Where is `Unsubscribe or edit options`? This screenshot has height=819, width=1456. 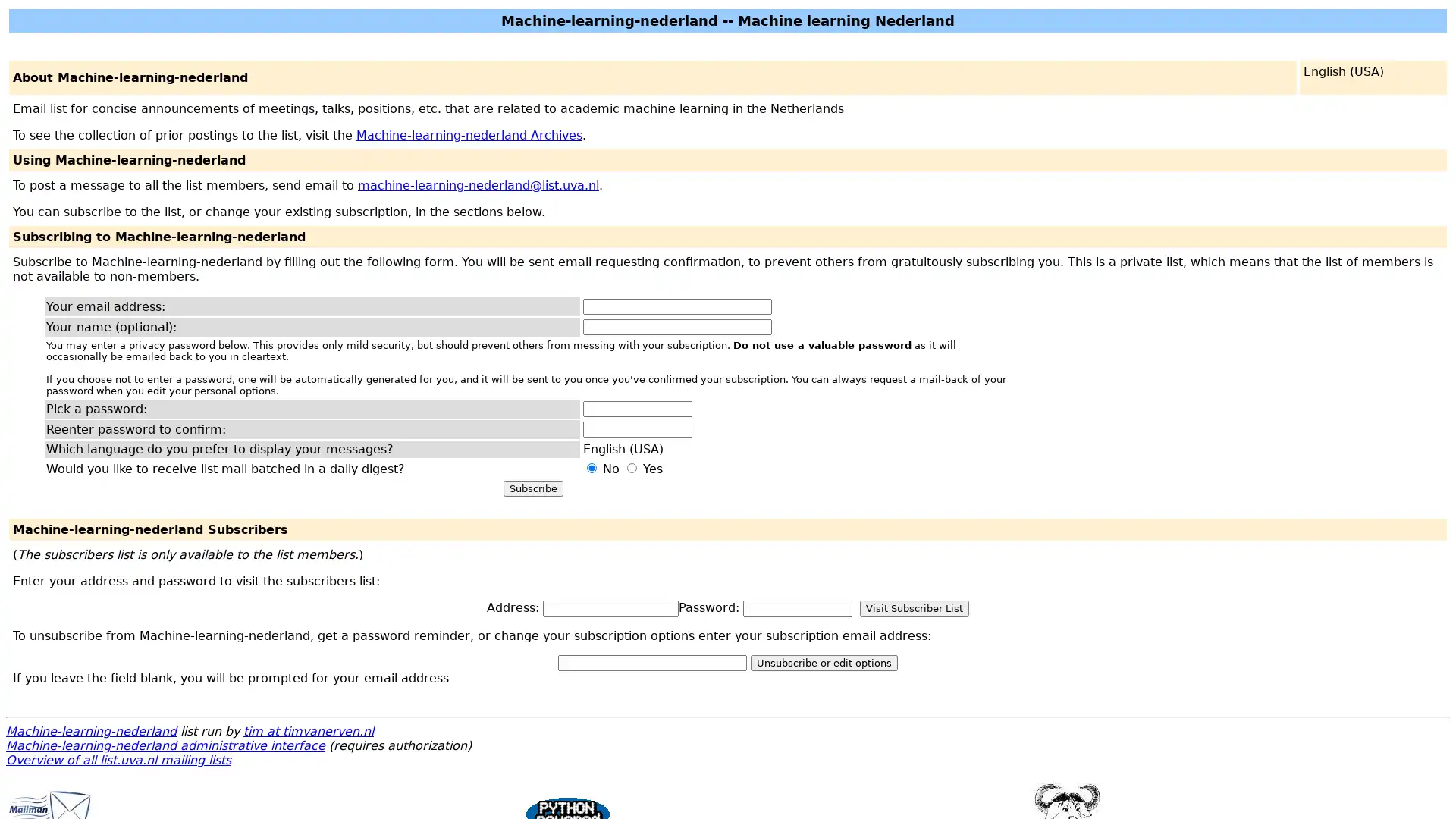
Unsubscribe or edit options is located at coordinates (823, 662).